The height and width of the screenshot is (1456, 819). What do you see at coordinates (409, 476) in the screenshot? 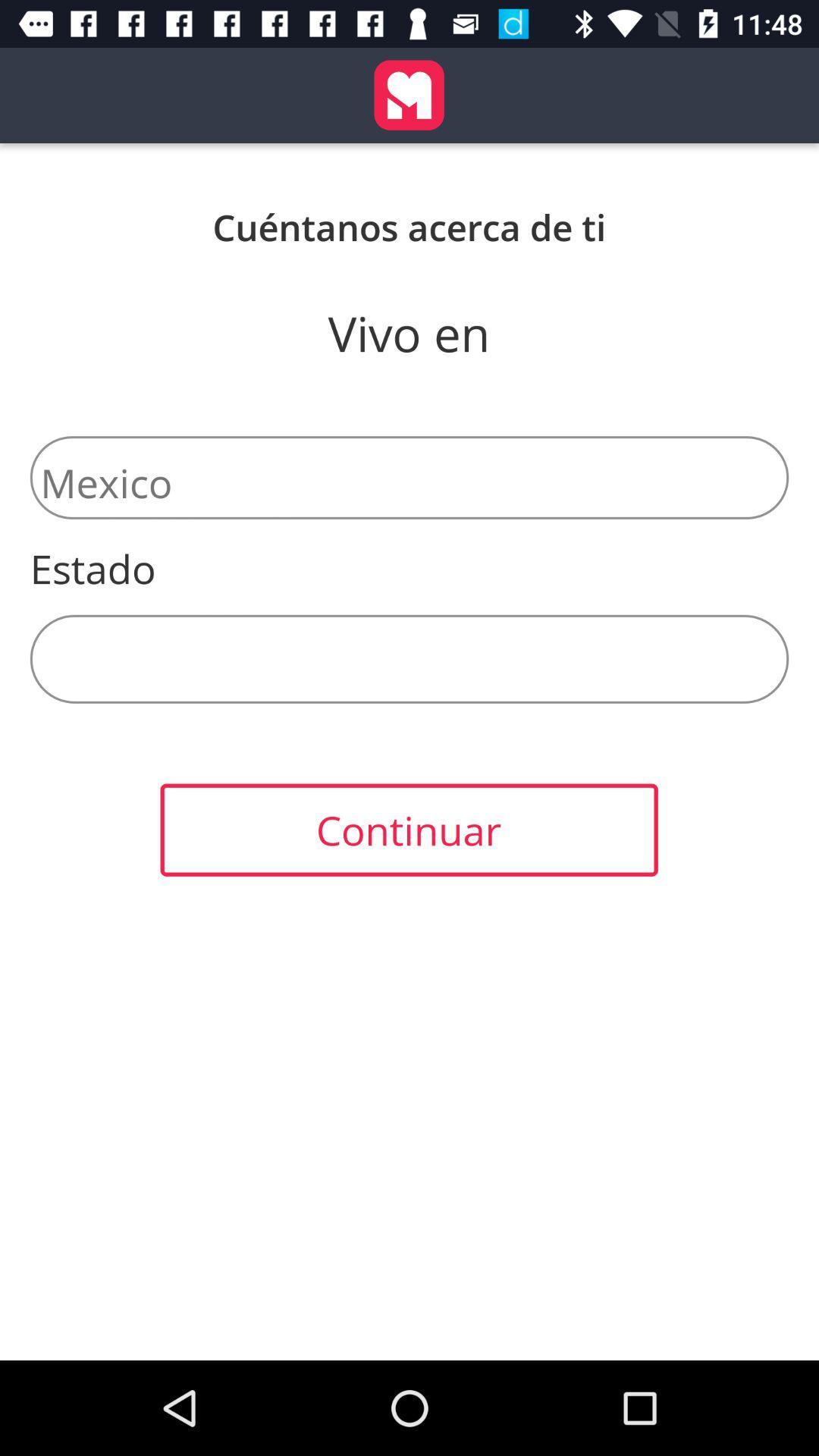
I see `the mexico item` at bounding box center [409, 476].